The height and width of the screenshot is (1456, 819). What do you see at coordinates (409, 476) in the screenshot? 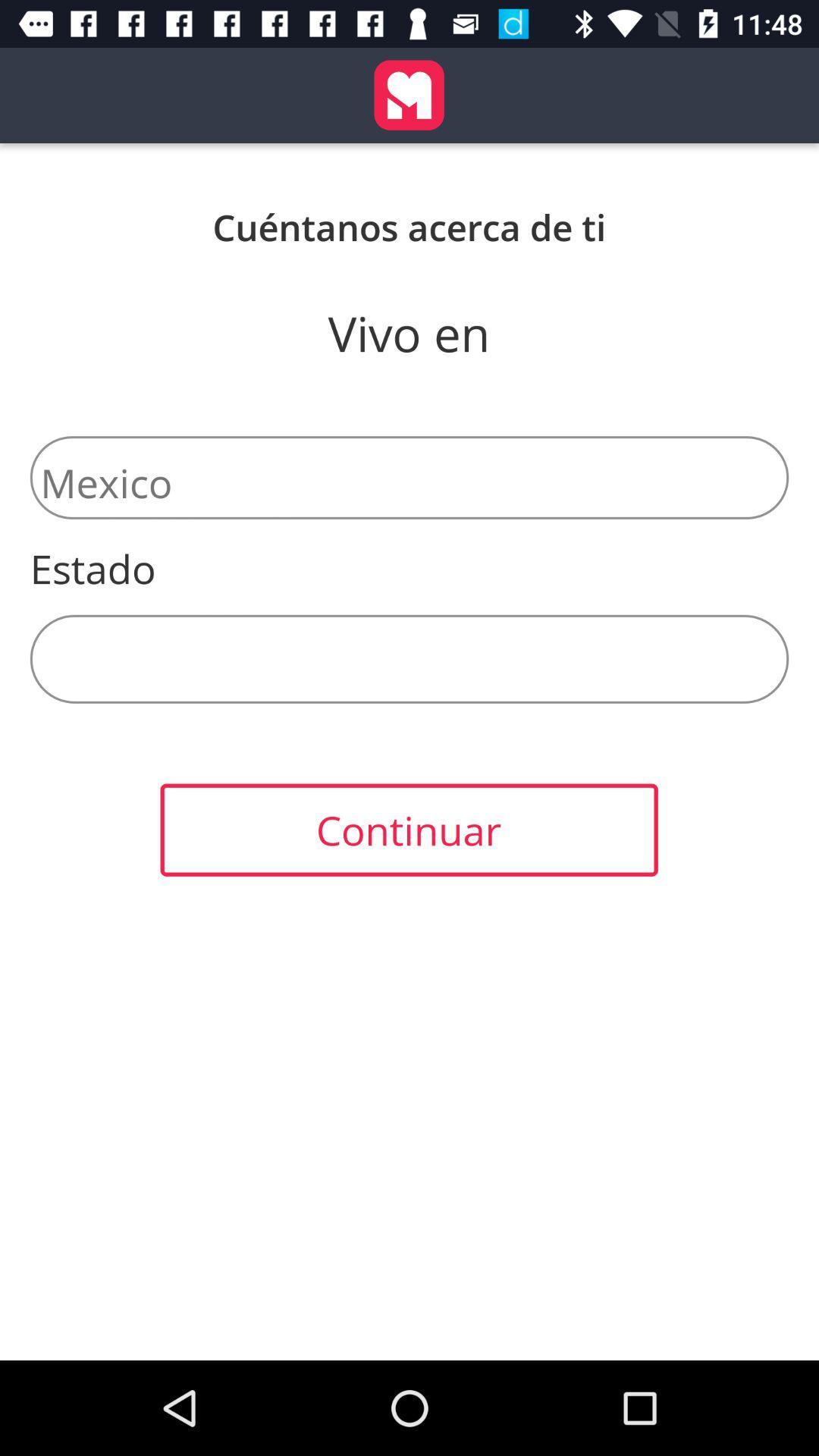
I see `the mexico item` at bounding box center [409, 476].